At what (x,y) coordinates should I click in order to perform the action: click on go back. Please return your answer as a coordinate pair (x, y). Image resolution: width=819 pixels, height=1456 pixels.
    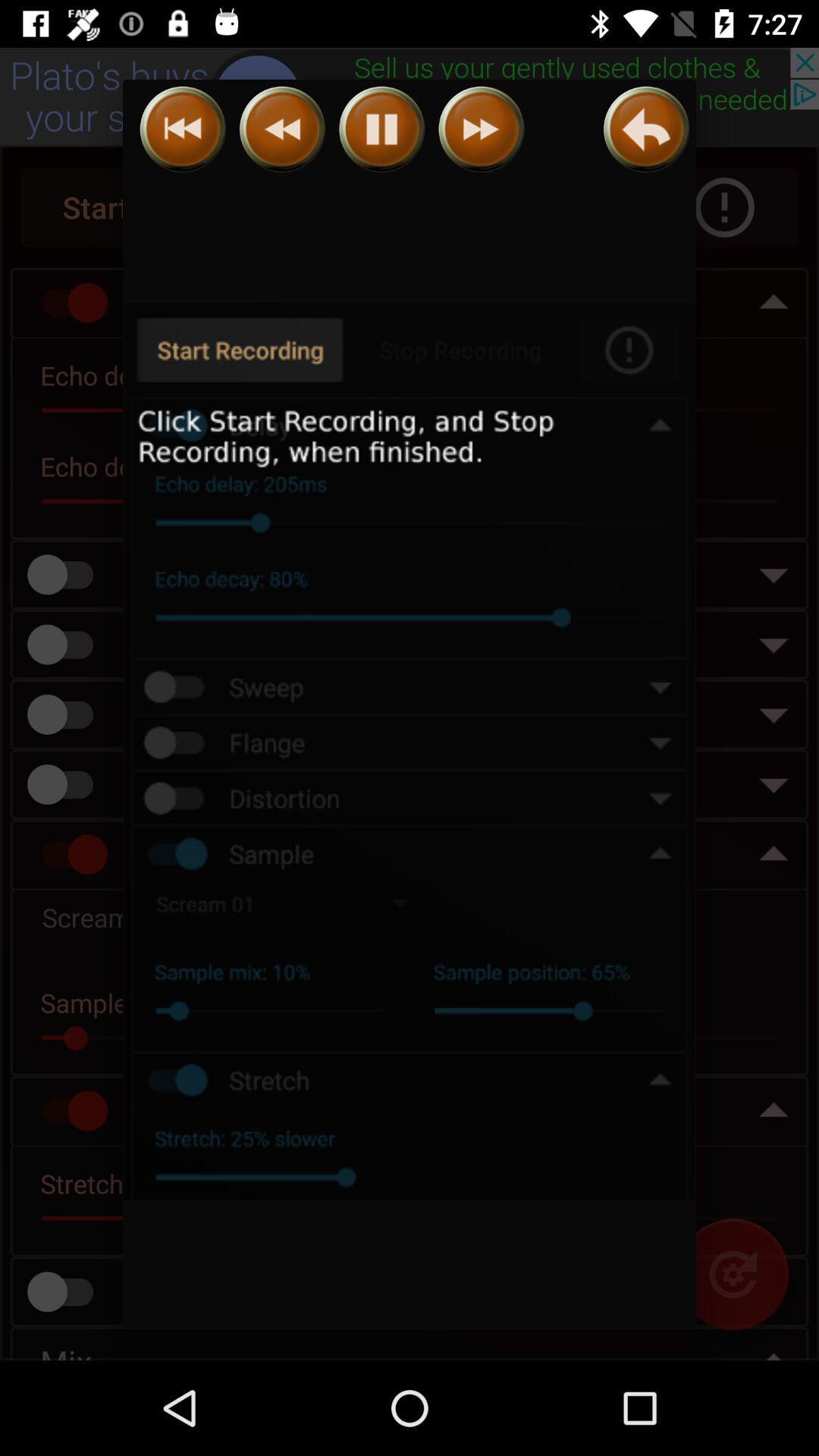
    Looking at the image, I should click on (182, 129).